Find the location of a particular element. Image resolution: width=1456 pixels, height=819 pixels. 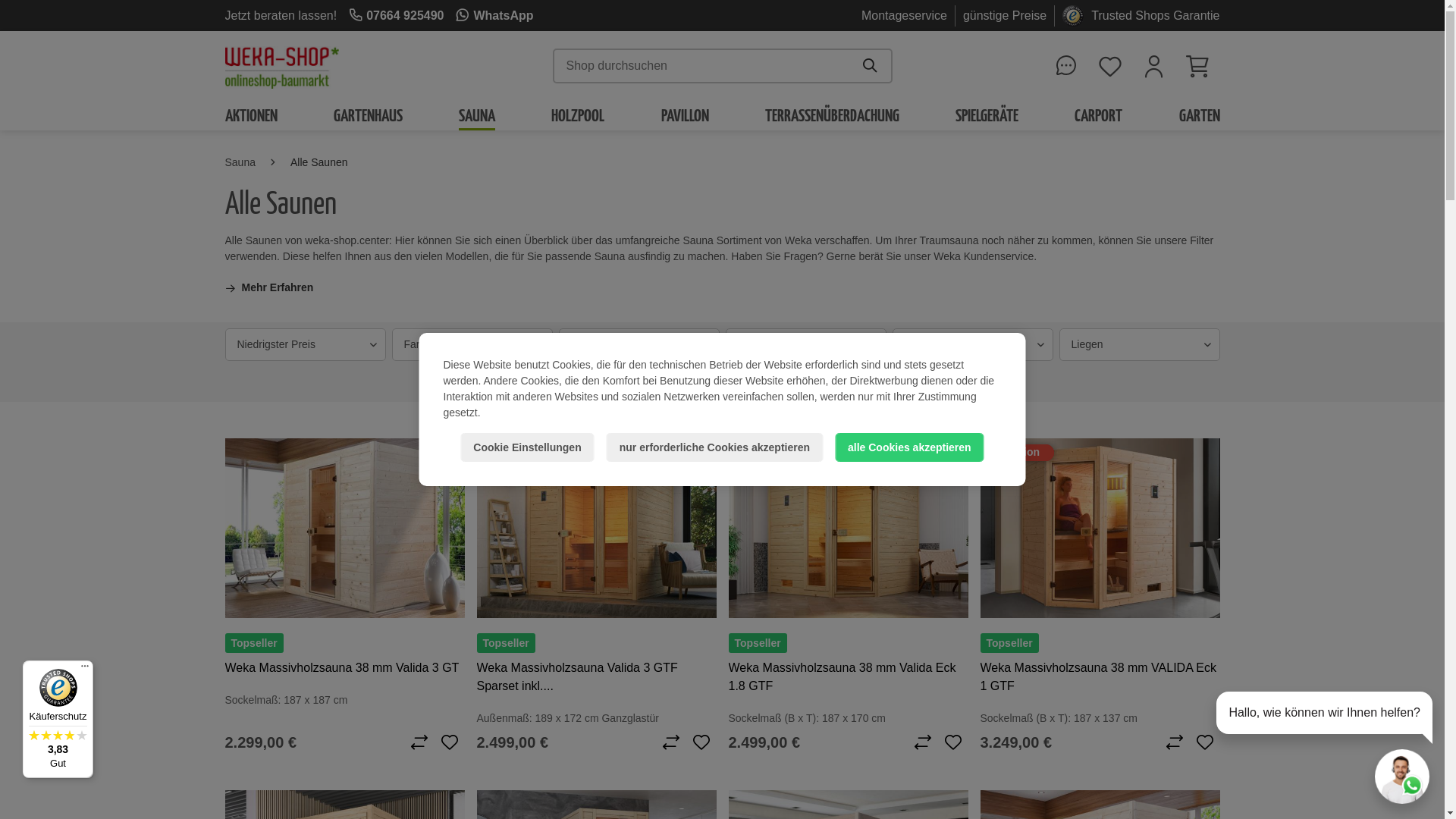

'GARTENHAUS' is located at coordinates (368, 113).